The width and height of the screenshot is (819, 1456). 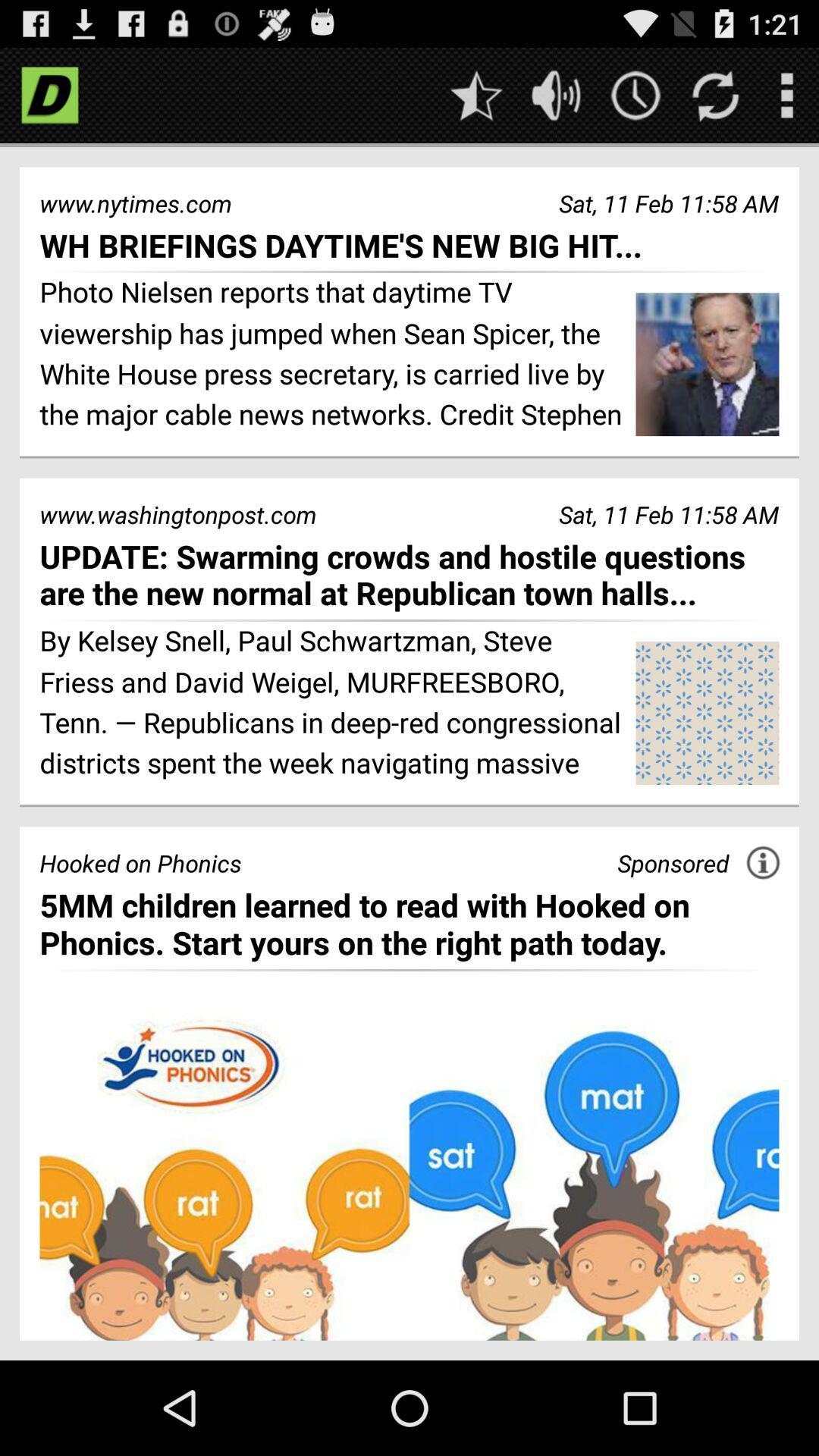 I want to click on the icon below the www.nytimes.com item, so click(x=409, y=245).